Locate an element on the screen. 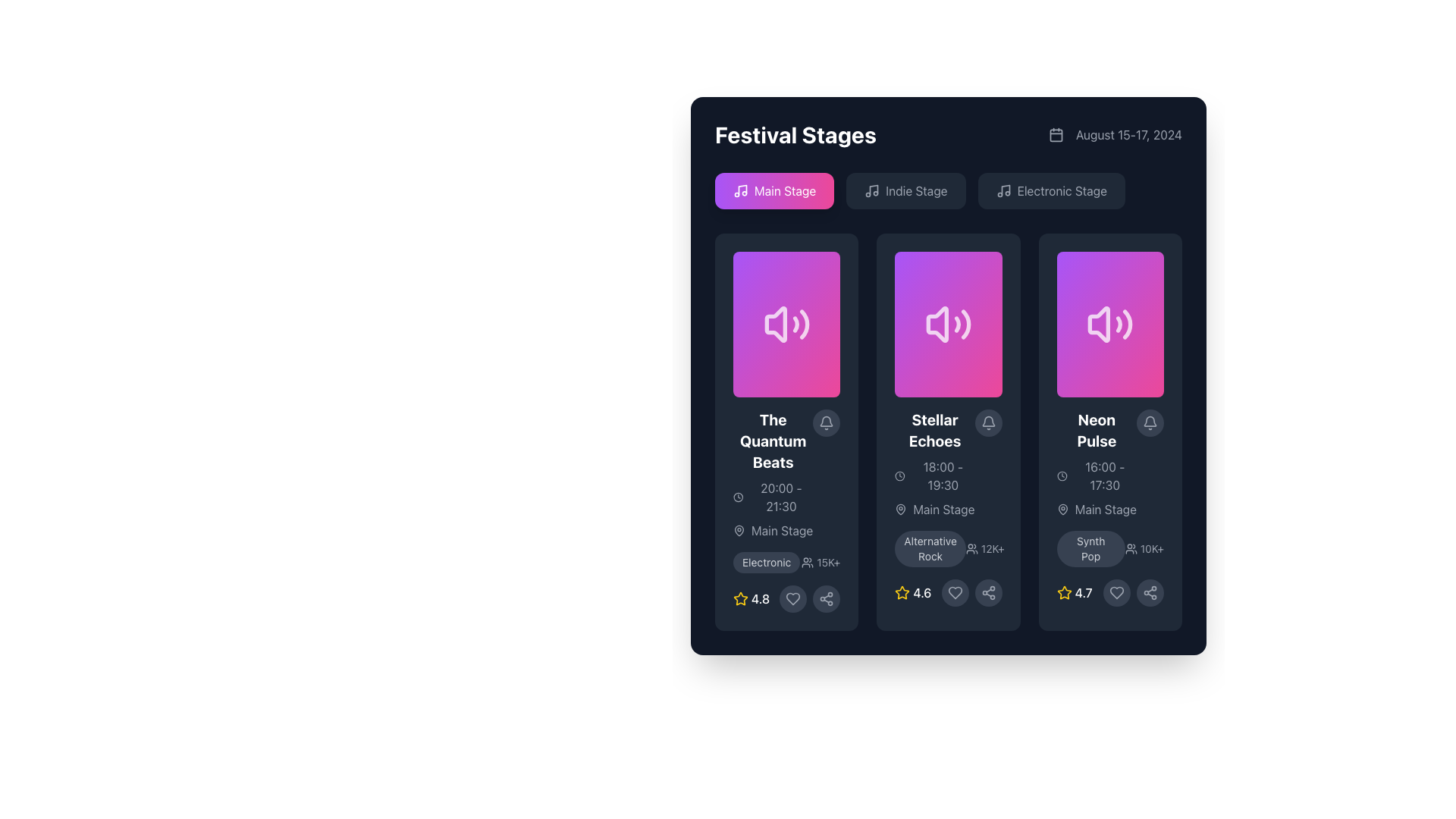 Image resolution: width=1456 pixels, height=819 pixels. the map pin icon located within the 'Main Stage' text block at the bottom-left corner of 'The Quantum Beats' card is located at coordinates (739, 529).